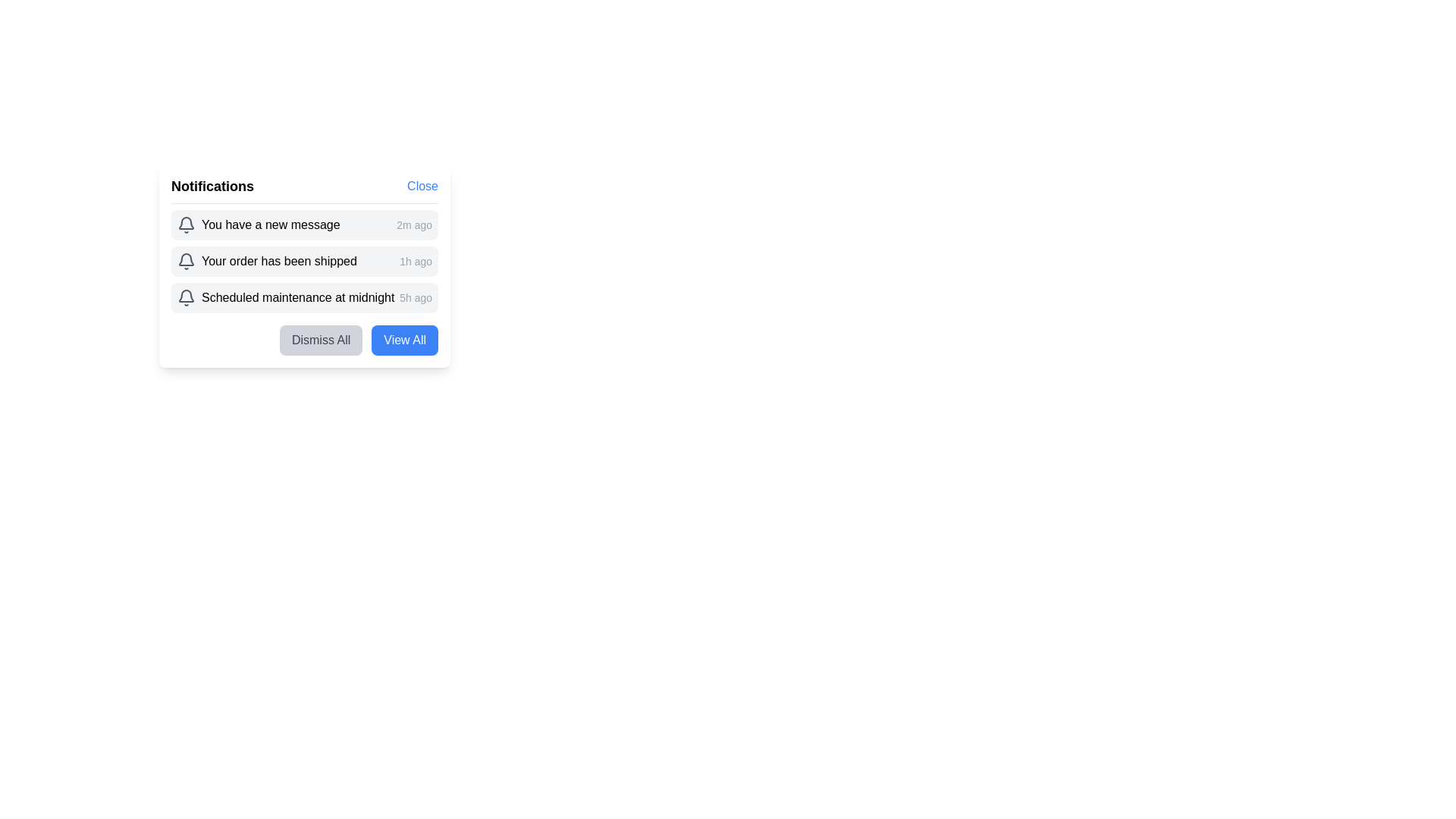 The width and height of the screenshot is (1456, 819). What do you see at coordinates (258, 225) in the screenshot?
I see `informational message that states 'You have a new message' located at the top of the notifications panel, which includes a bell icon and is positioned to the left of the timestamp '2m ago'` at bounding box center [258, 225].